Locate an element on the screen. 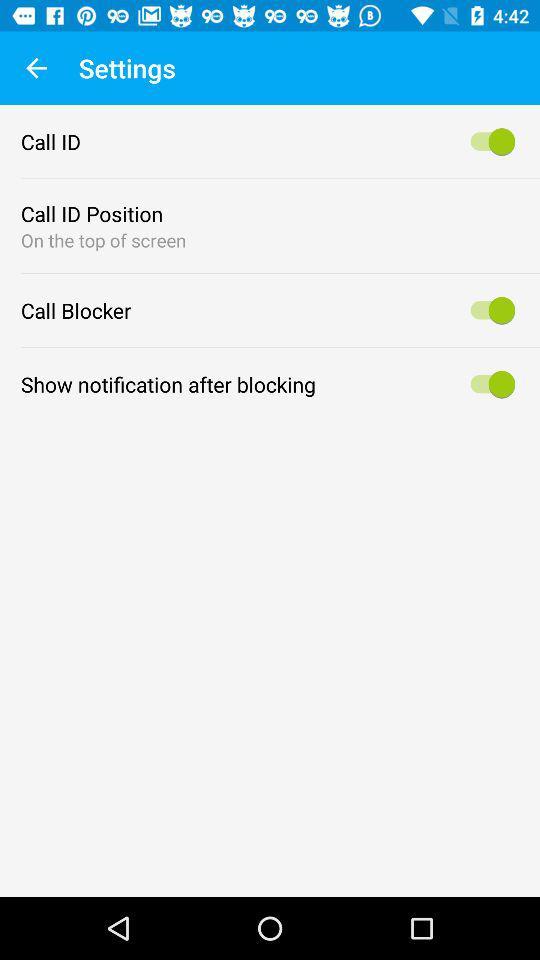 Image resolution: width=540 pixels, height=960 pixels. on or off is located at coordinates (488, 310).